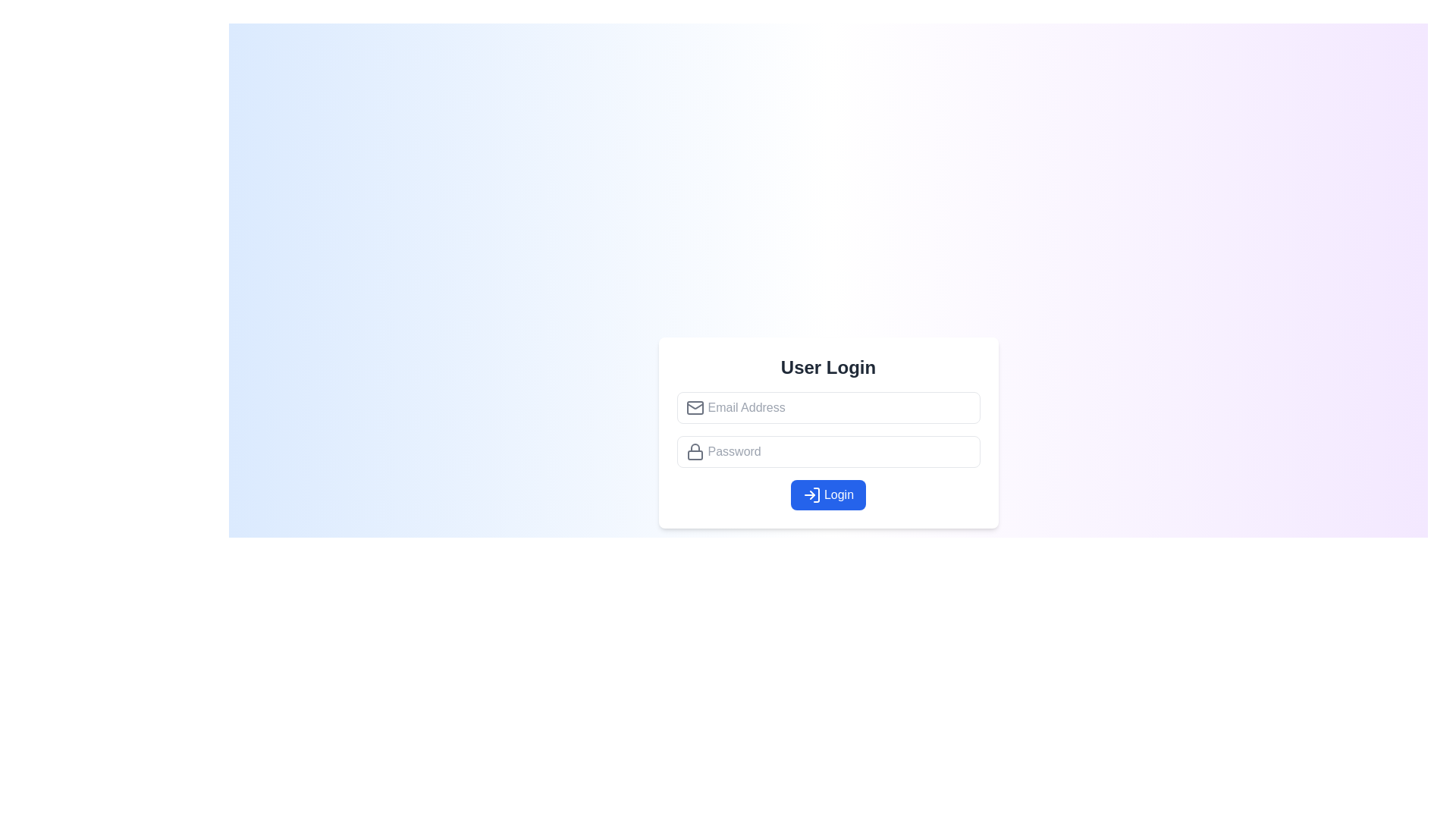 Image resolution: width=1456 pixels, height=819 pixels. What do you see at coordinates (694, 447) in the screenshot?
I see `the upper part of the padlock icon in the login form, which is styled with a clean design and located next to the password input field` at bounding box center [694, 447].